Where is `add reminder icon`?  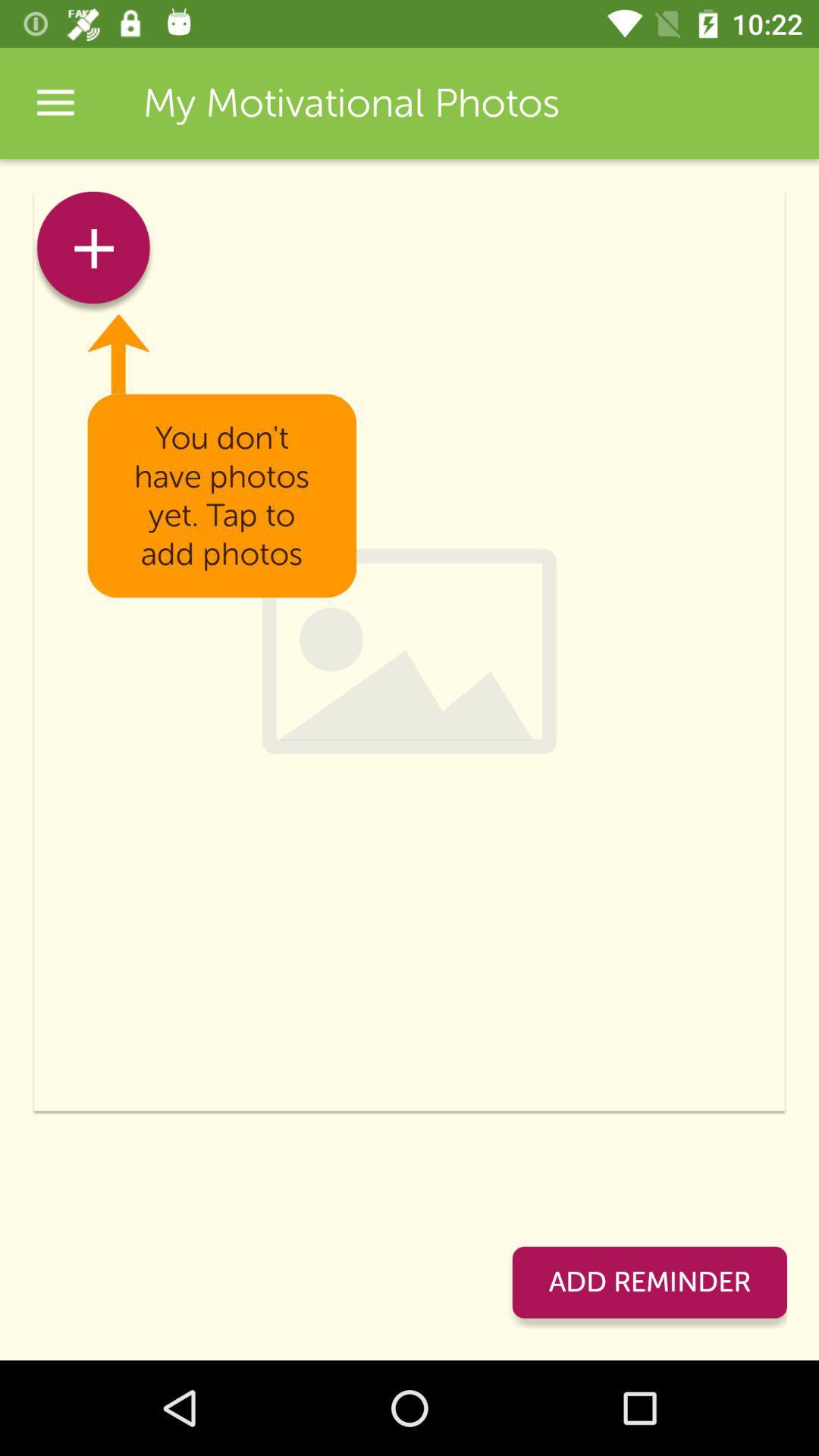 add reminder icon is located at coordinates (648, 1282).